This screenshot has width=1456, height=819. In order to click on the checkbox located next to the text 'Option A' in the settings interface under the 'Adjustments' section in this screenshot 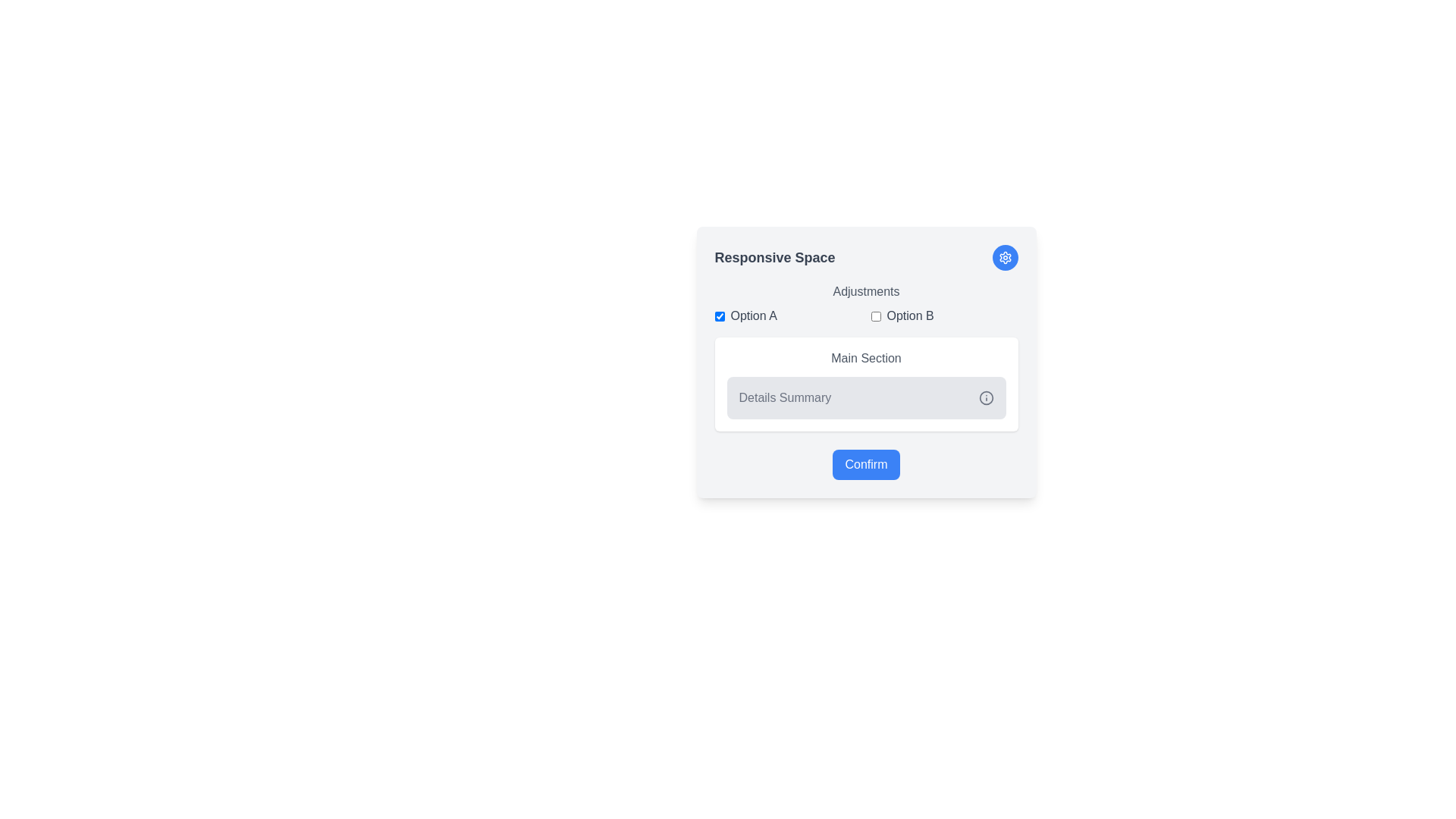, I will do `click(719, 315)`.